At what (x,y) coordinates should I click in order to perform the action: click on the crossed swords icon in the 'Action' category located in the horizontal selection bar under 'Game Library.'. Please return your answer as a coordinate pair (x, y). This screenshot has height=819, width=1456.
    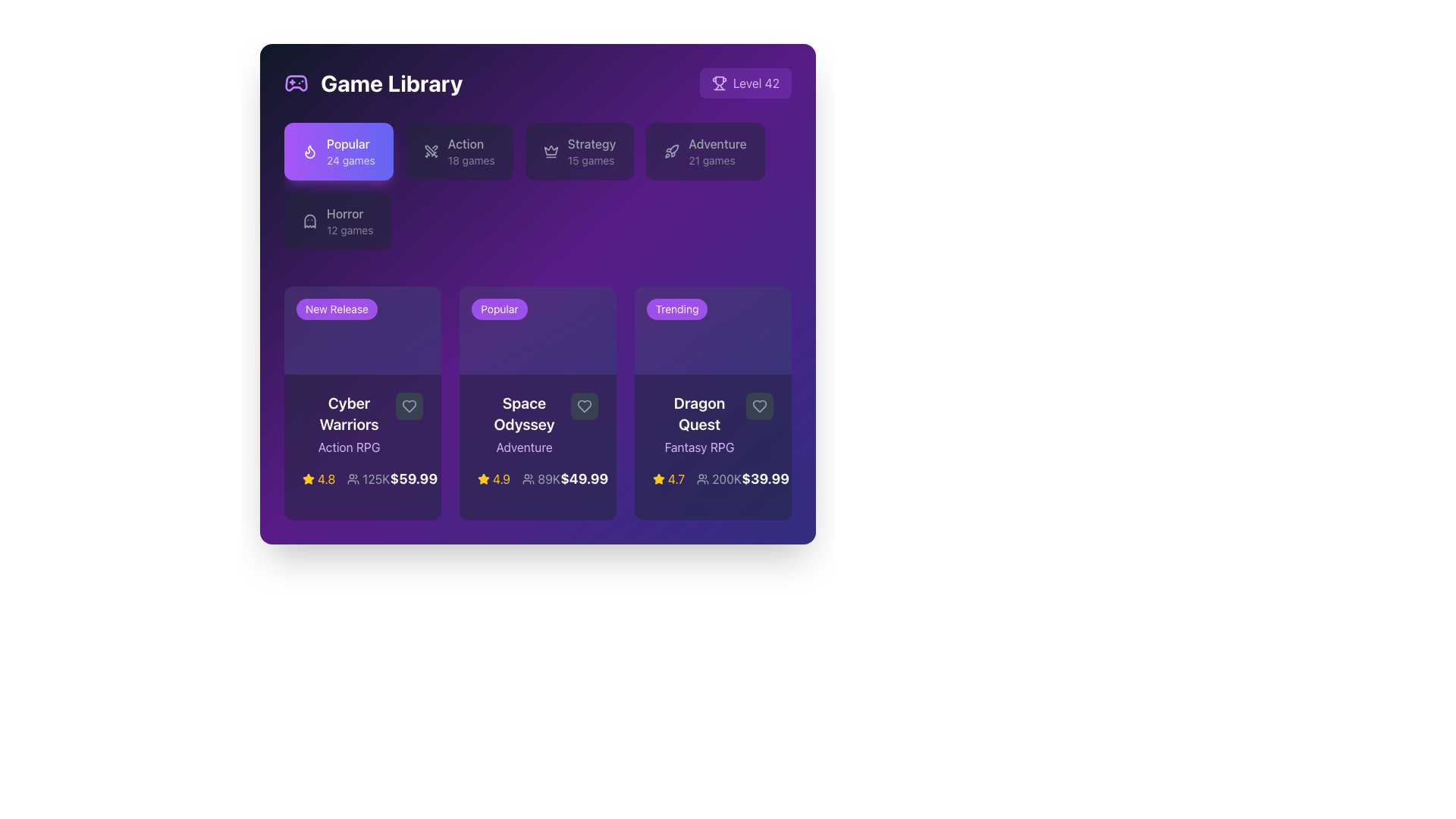
    Looking at the image, I should click on (430, 152).